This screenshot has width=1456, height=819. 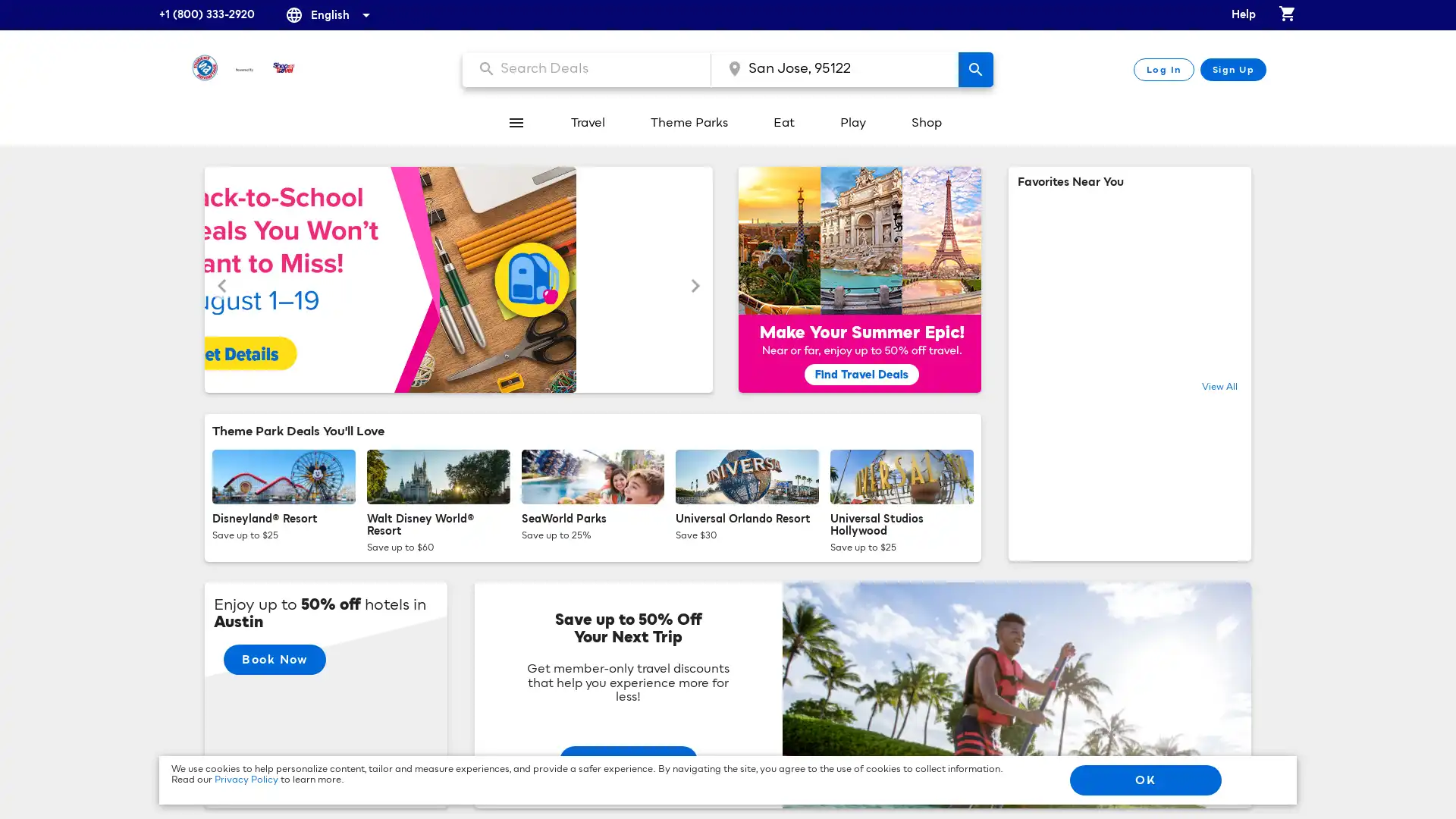 I want to click on Shop, so click(x=924, y=127).